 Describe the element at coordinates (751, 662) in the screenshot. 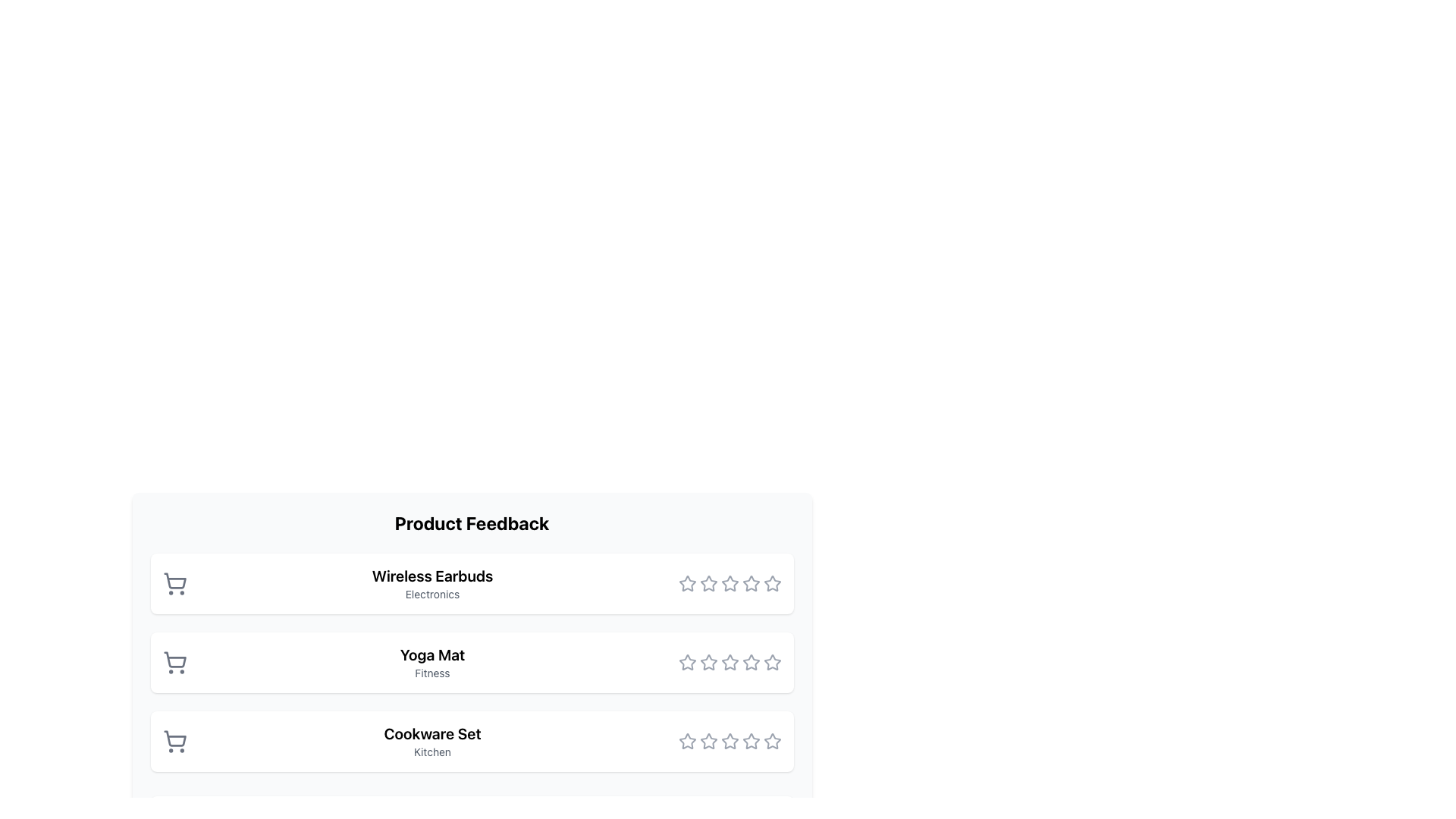

I see `the fifth star icon in the Yoga Mat product feedback section to provide a rating` at that location.